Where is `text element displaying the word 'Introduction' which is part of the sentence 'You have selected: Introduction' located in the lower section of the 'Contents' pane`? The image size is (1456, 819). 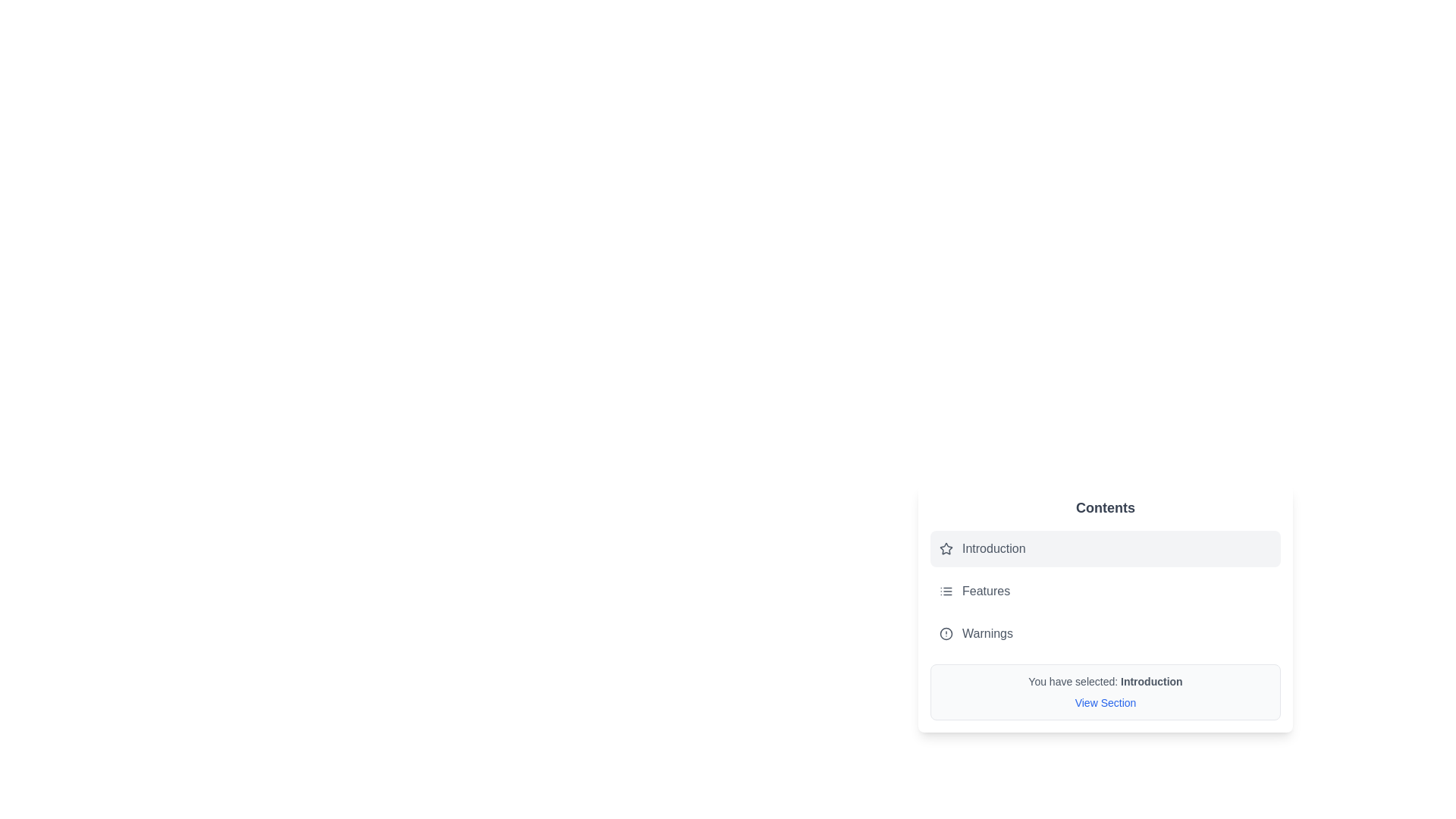
text element displaying the word 'Introduction' which is part of the sentence 'You have selected: Introduction' located in the lower section of the 'Contents' pane is located at coordinates (1151, 680).